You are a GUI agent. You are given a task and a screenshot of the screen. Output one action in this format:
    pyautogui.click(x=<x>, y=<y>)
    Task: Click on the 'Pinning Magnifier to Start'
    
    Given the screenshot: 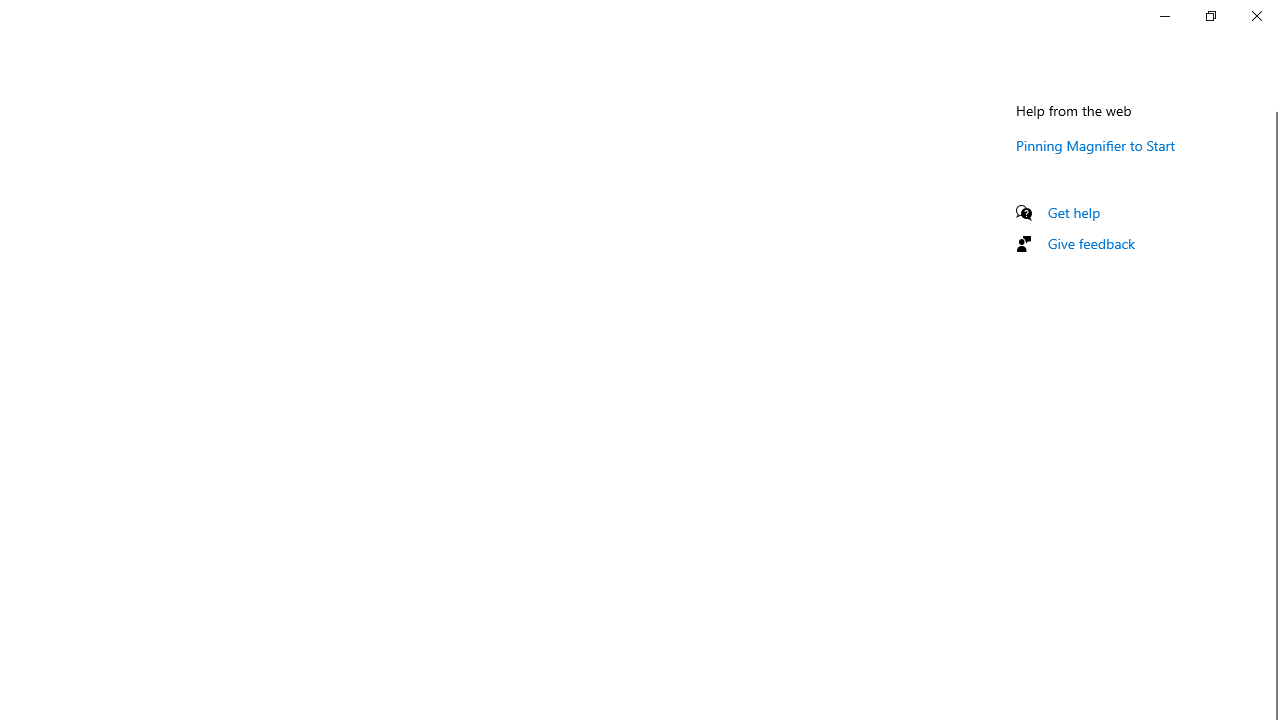 What is the action you would take?
    pyautogui.click(x=1095, y=144)
    